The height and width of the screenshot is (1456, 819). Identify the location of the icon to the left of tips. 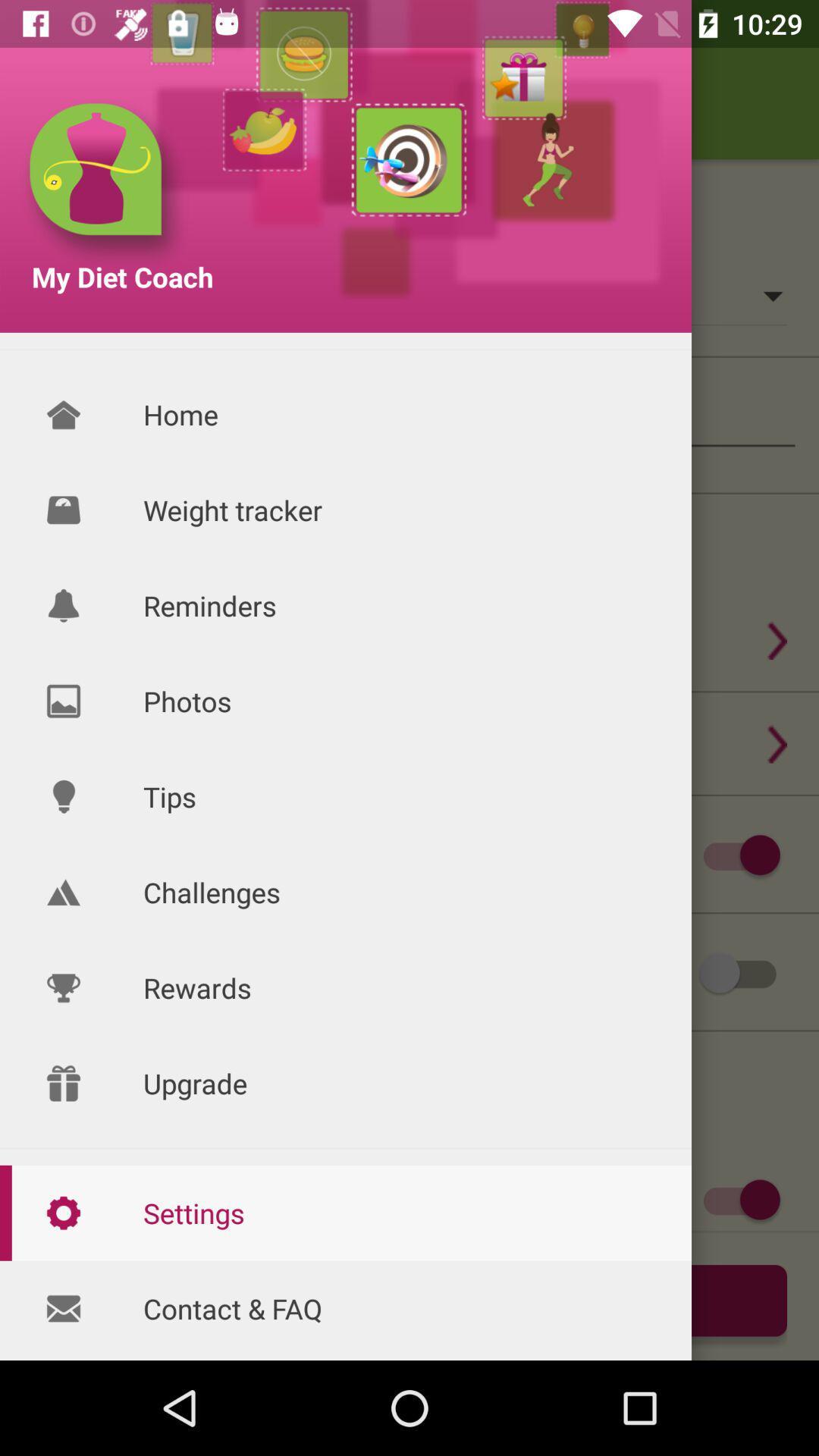
(63, 796).